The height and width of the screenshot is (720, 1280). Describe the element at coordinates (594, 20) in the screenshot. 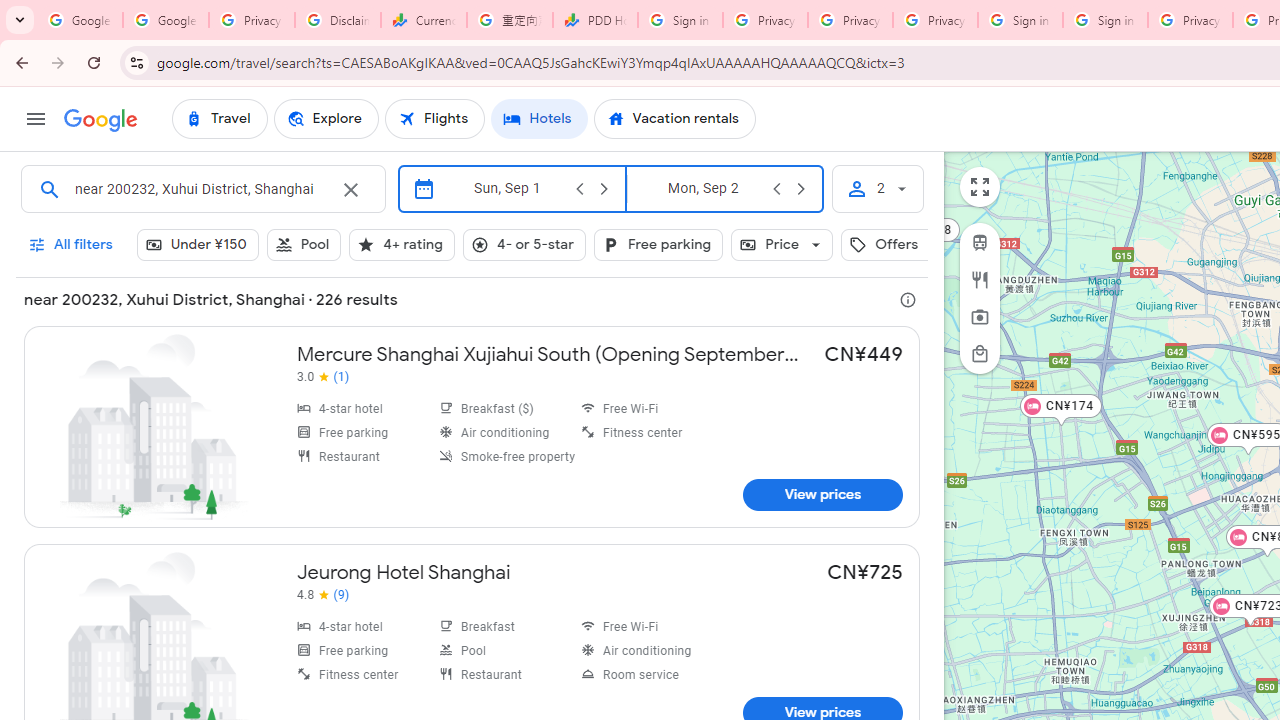

I see `'PDD Holdings Inc - ADR (PDD) Price & News - Google Finance'` at that location.